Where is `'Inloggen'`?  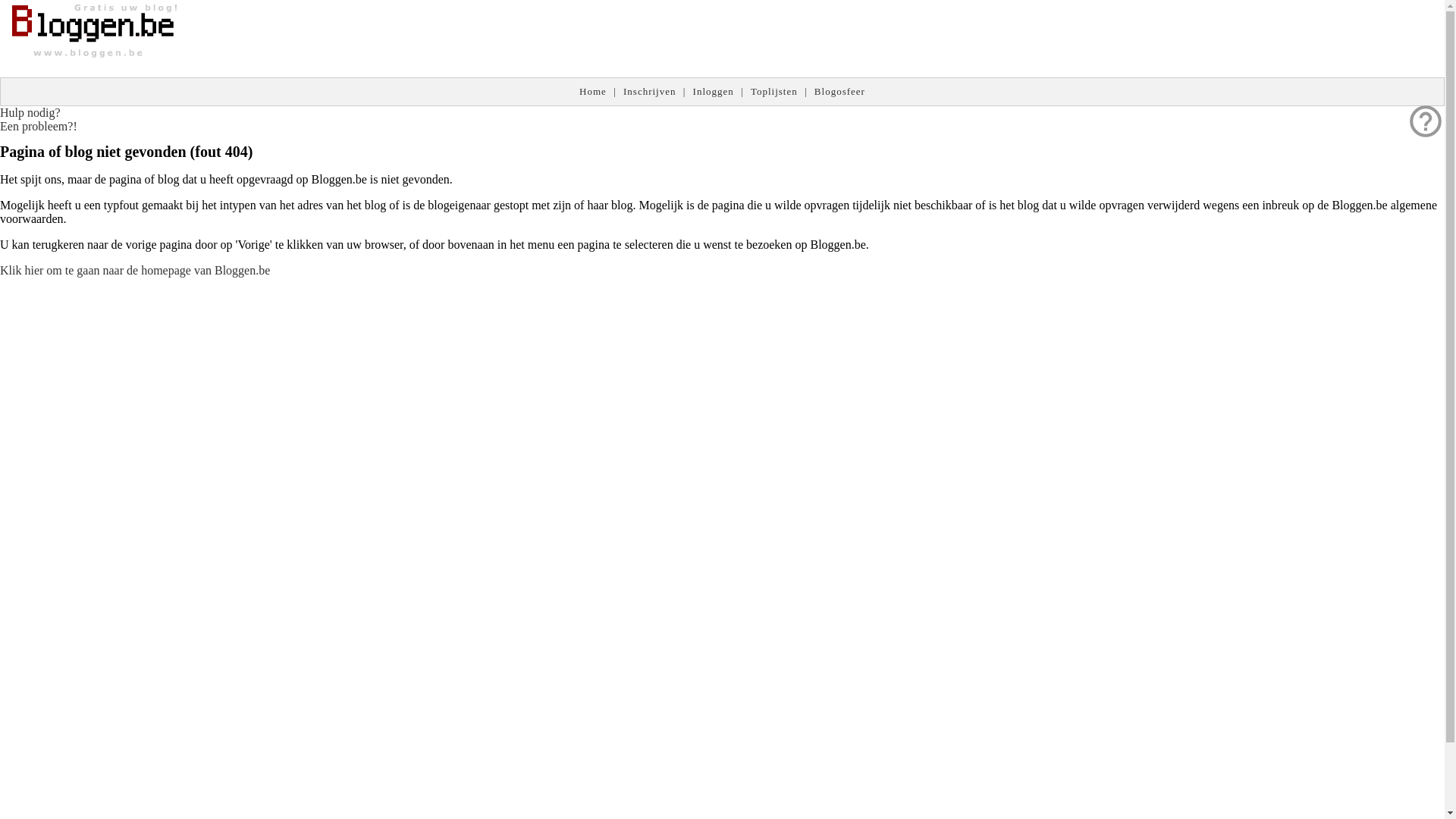 'Inloggen' is located at coordinates (712, 91).